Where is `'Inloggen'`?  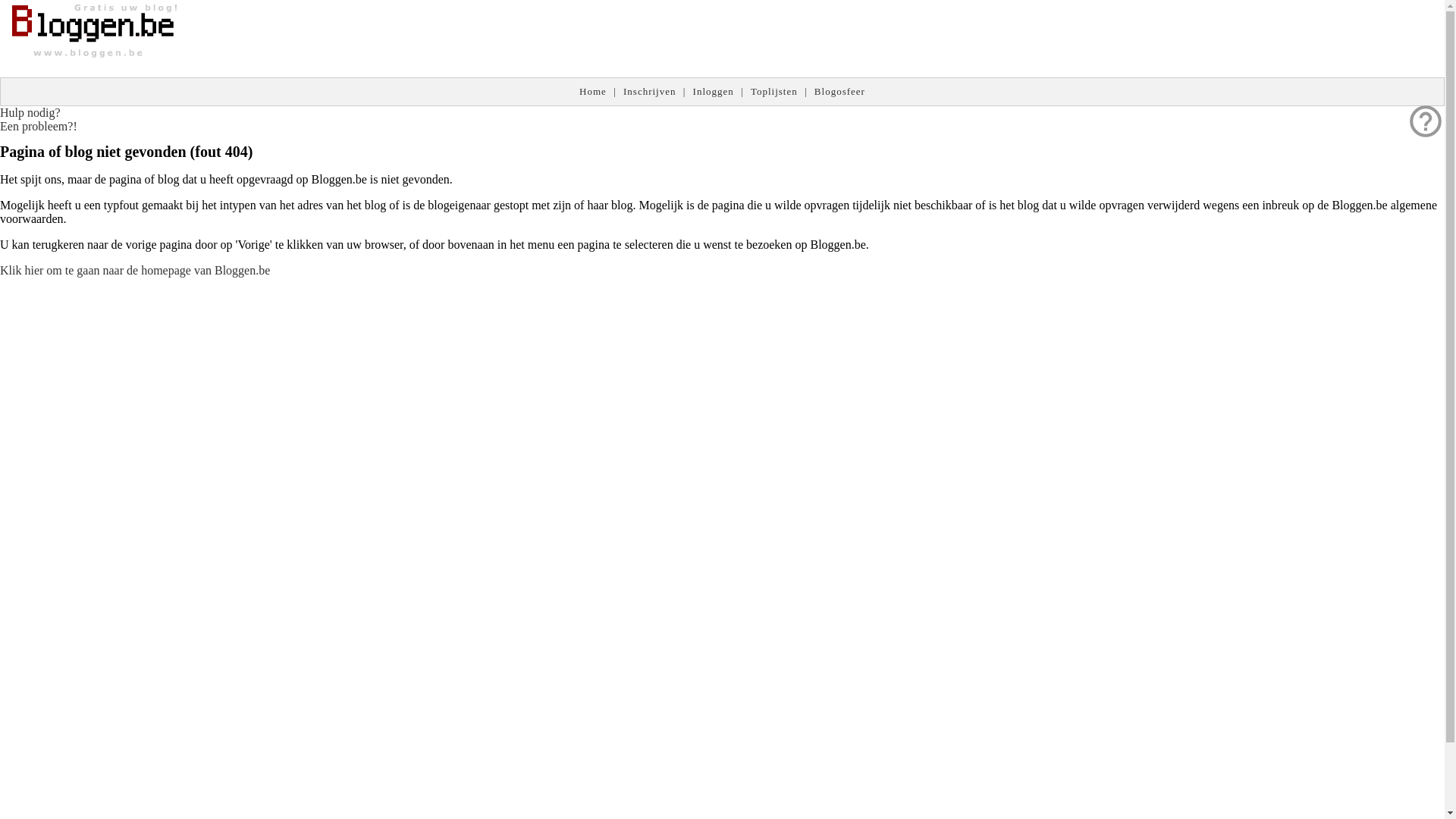 'Inloggen' is located at coordinates (712, 91).